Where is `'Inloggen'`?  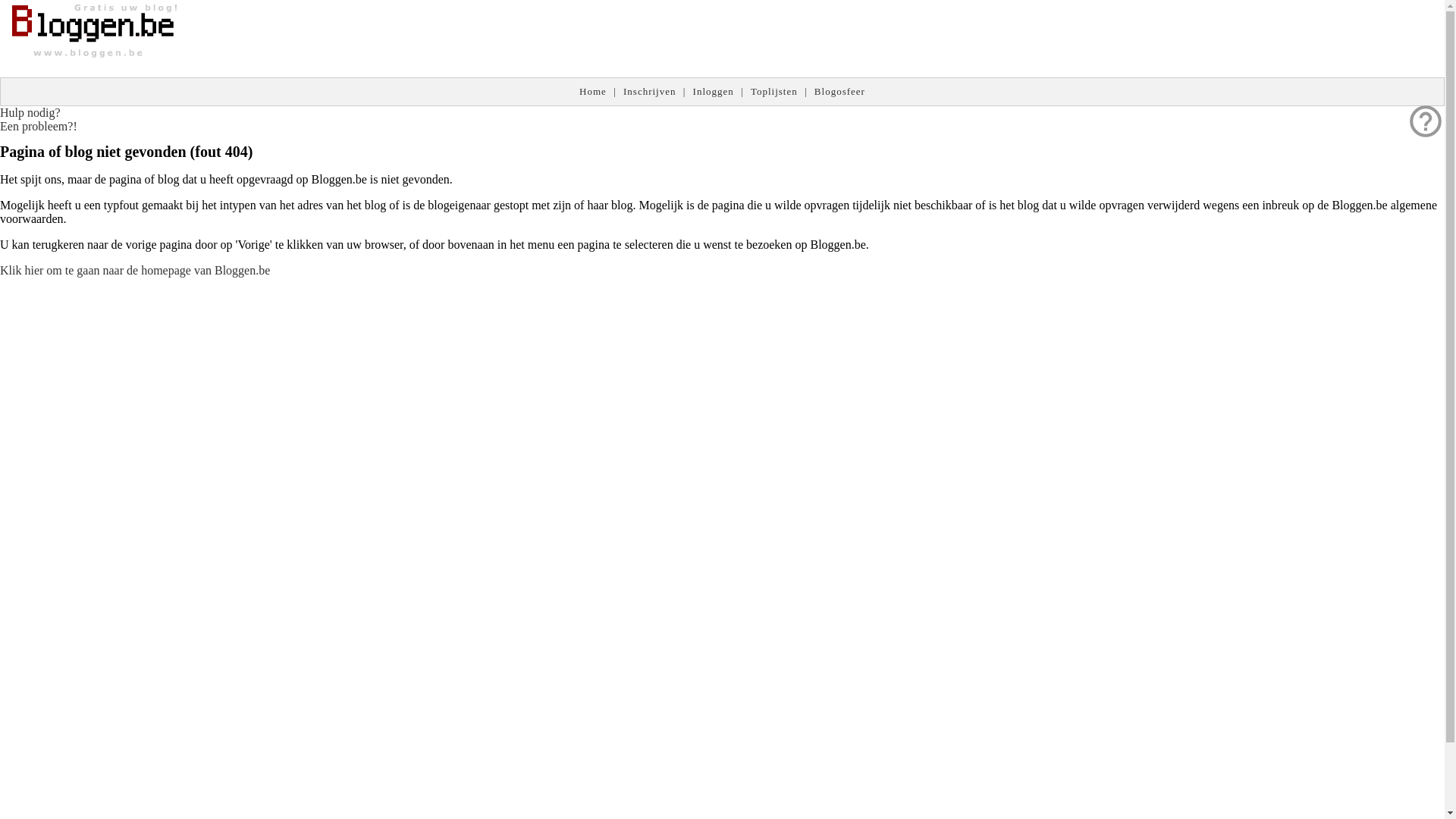 'Inloggen' is located at coordinates (712, 91).